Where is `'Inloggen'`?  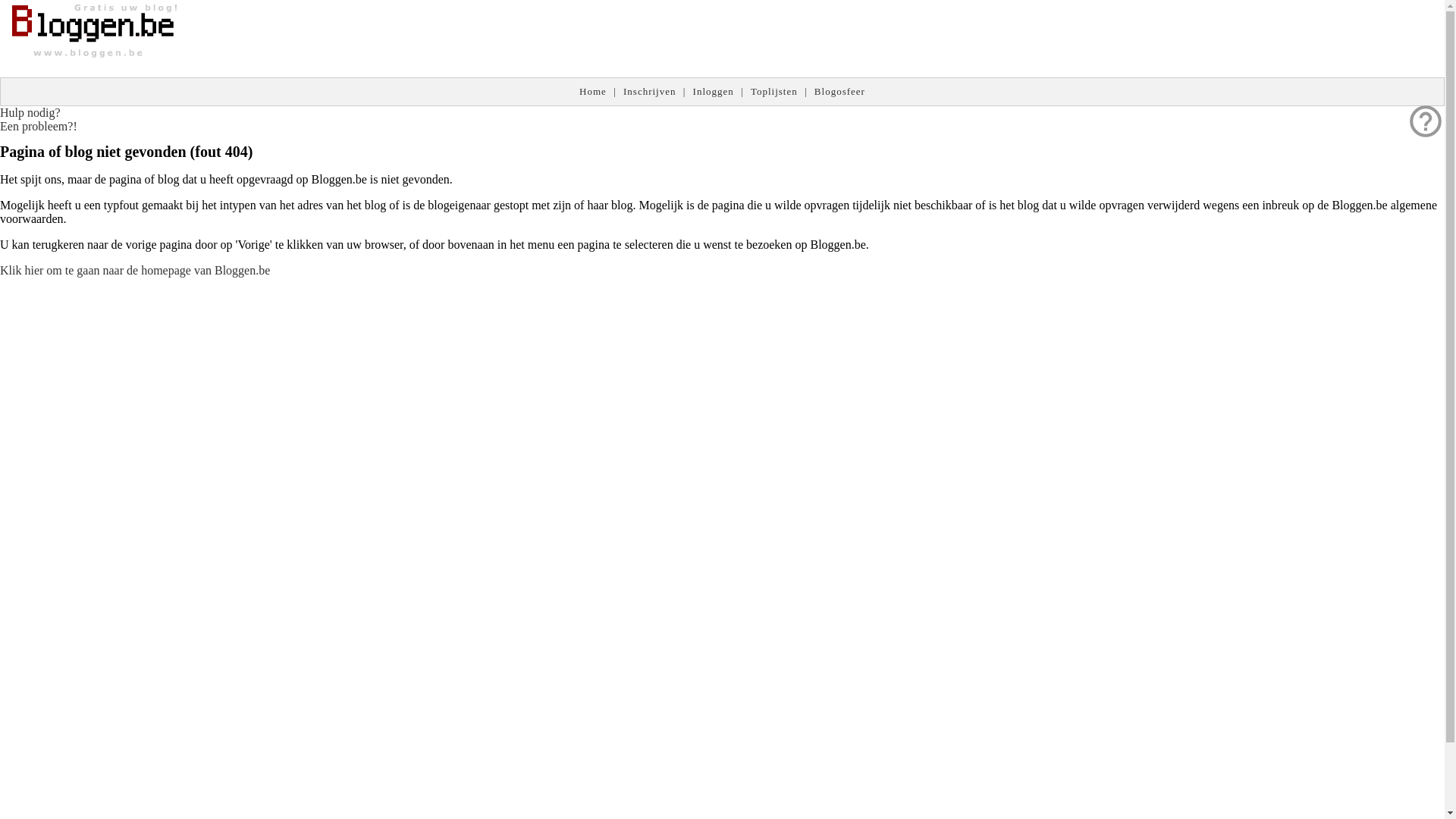 'Inloggen' is located at coordinates (712, 91).